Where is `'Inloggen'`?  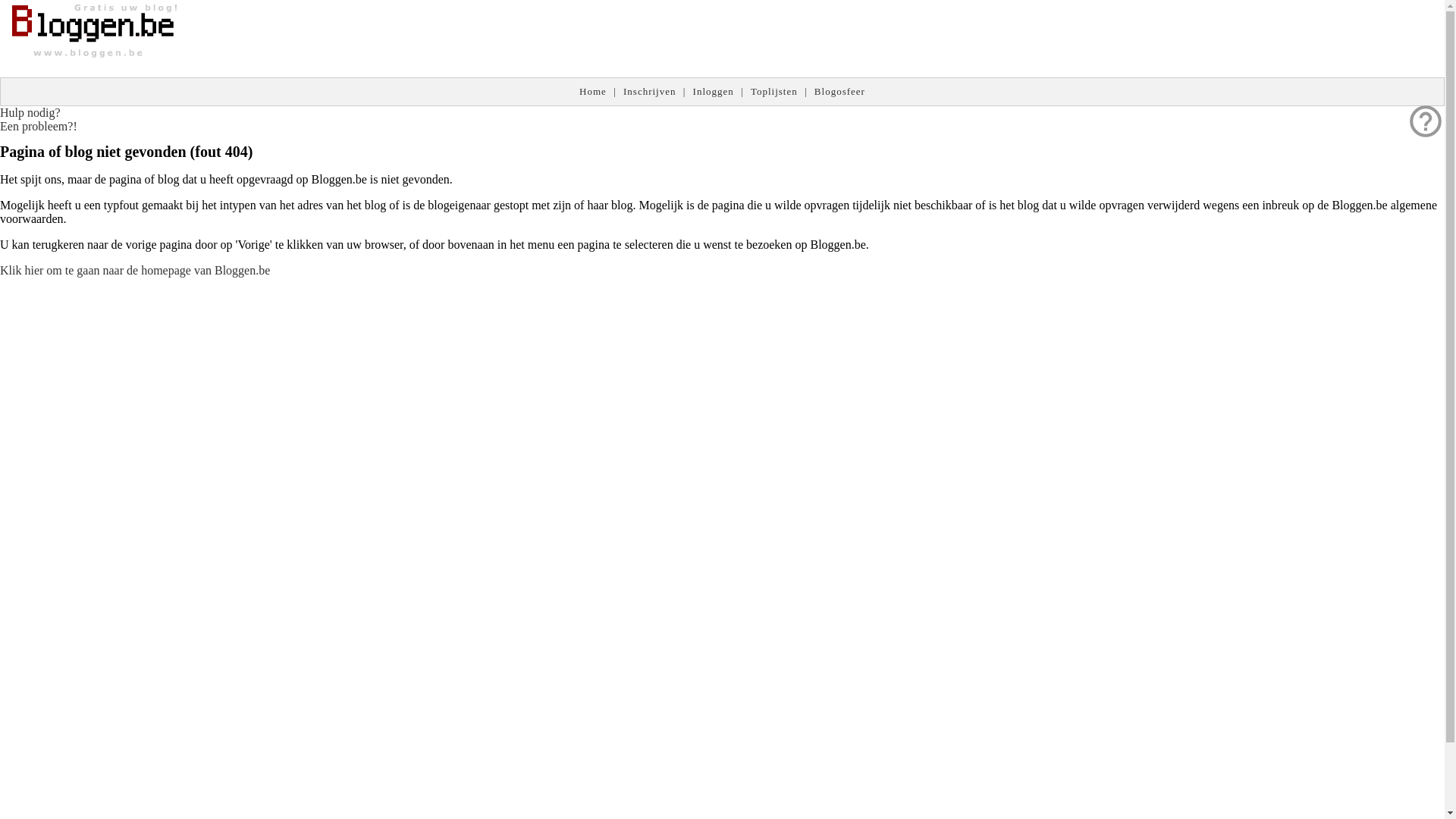 'Inloggen' is located at coordinates (712, 91).